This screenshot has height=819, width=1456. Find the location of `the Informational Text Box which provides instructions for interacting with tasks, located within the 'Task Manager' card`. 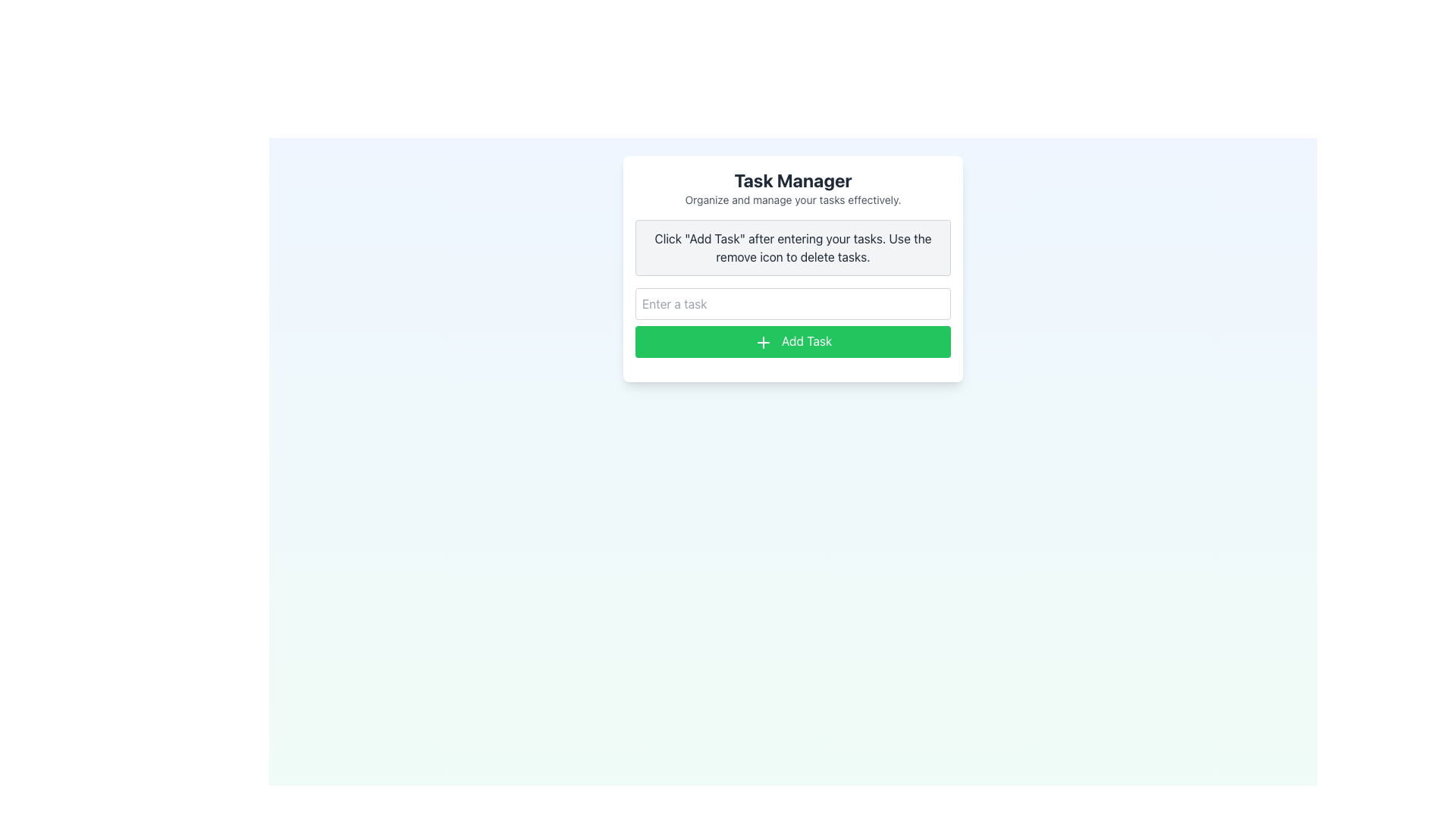

the Informational Text Box which provides instructions for interacting with tasks, located within the 'Task Manager' card is located at coordinates (792, 247).